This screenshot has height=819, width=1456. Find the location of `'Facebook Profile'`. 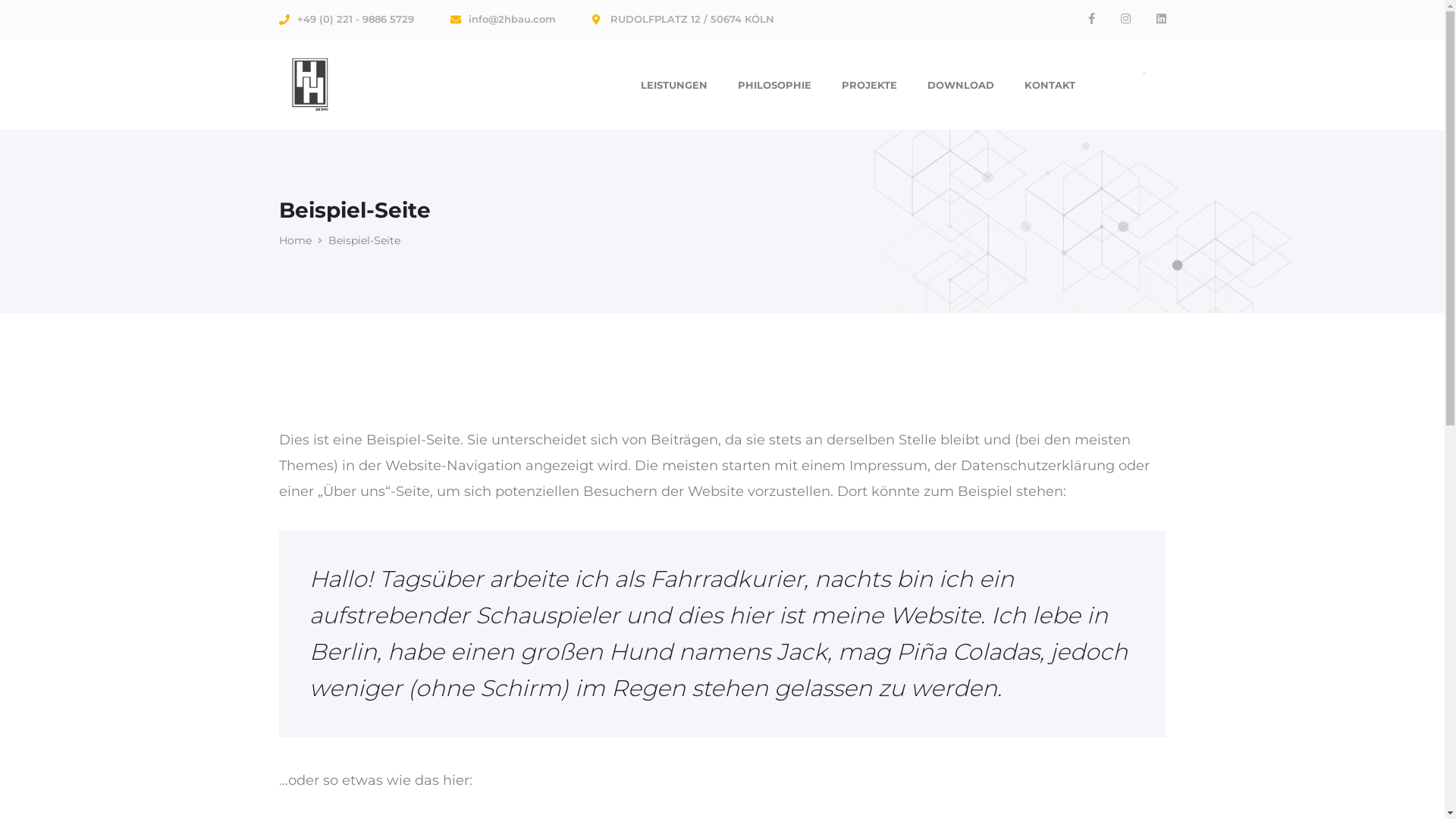

'Facebook Profile' is located at coordinates (1090, 18).